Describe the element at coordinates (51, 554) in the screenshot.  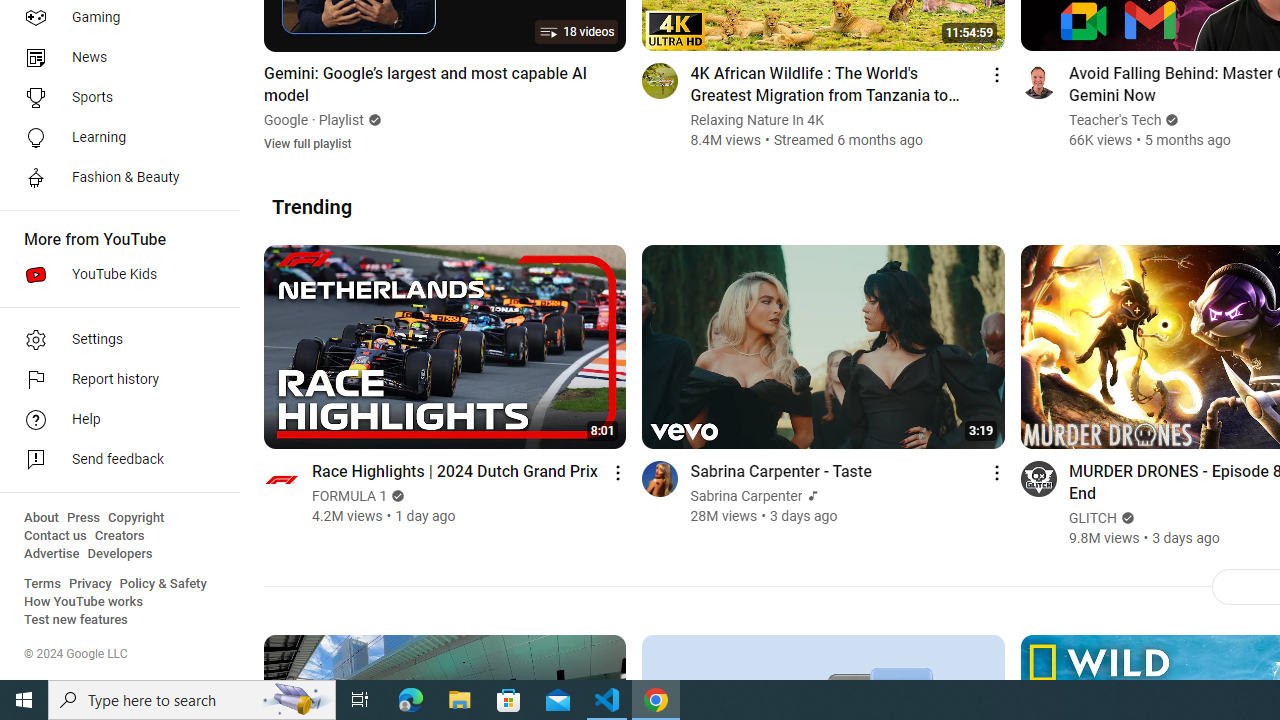
I see `'Advertise'` at that location.